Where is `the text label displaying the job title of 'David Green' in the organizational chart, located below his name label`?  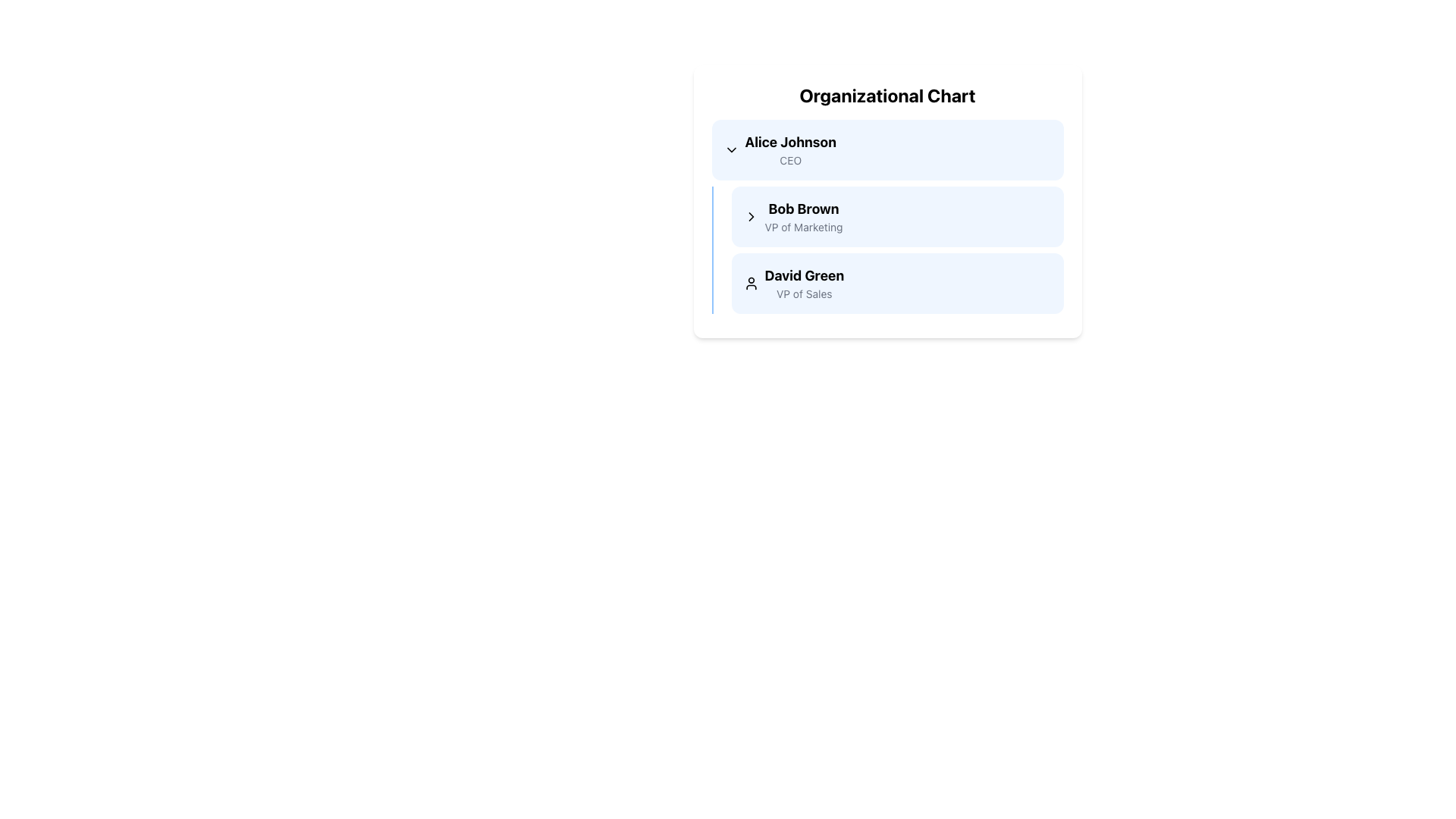
the text label displaying the job title of 'David Green' in the organizational chart, located below his name label is located at coordinates (803, 294).